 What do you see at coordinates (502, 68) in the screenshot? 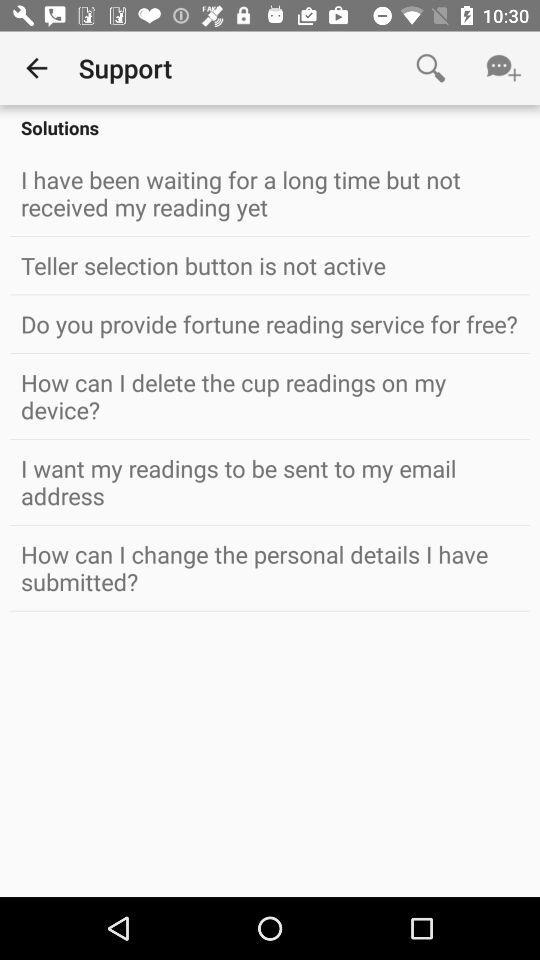
I see `icon above solutions item` at bounding box center [502, 68].